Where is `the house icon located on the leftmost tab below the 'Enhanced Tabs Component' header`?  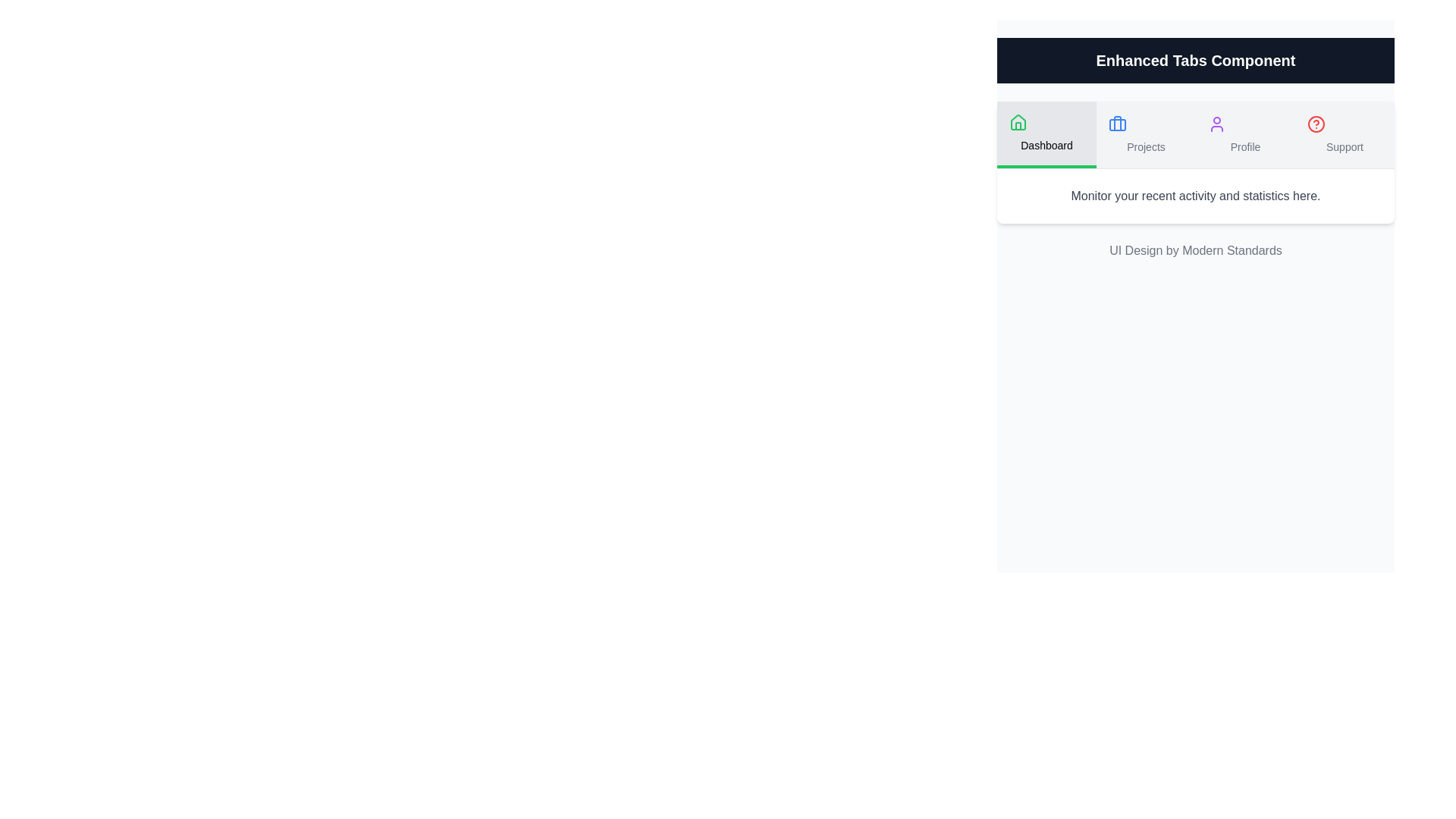 the house icon located on the leftmost tab below the 'Enhanced Tabs Component' header is located at coordinates (1018, 121).